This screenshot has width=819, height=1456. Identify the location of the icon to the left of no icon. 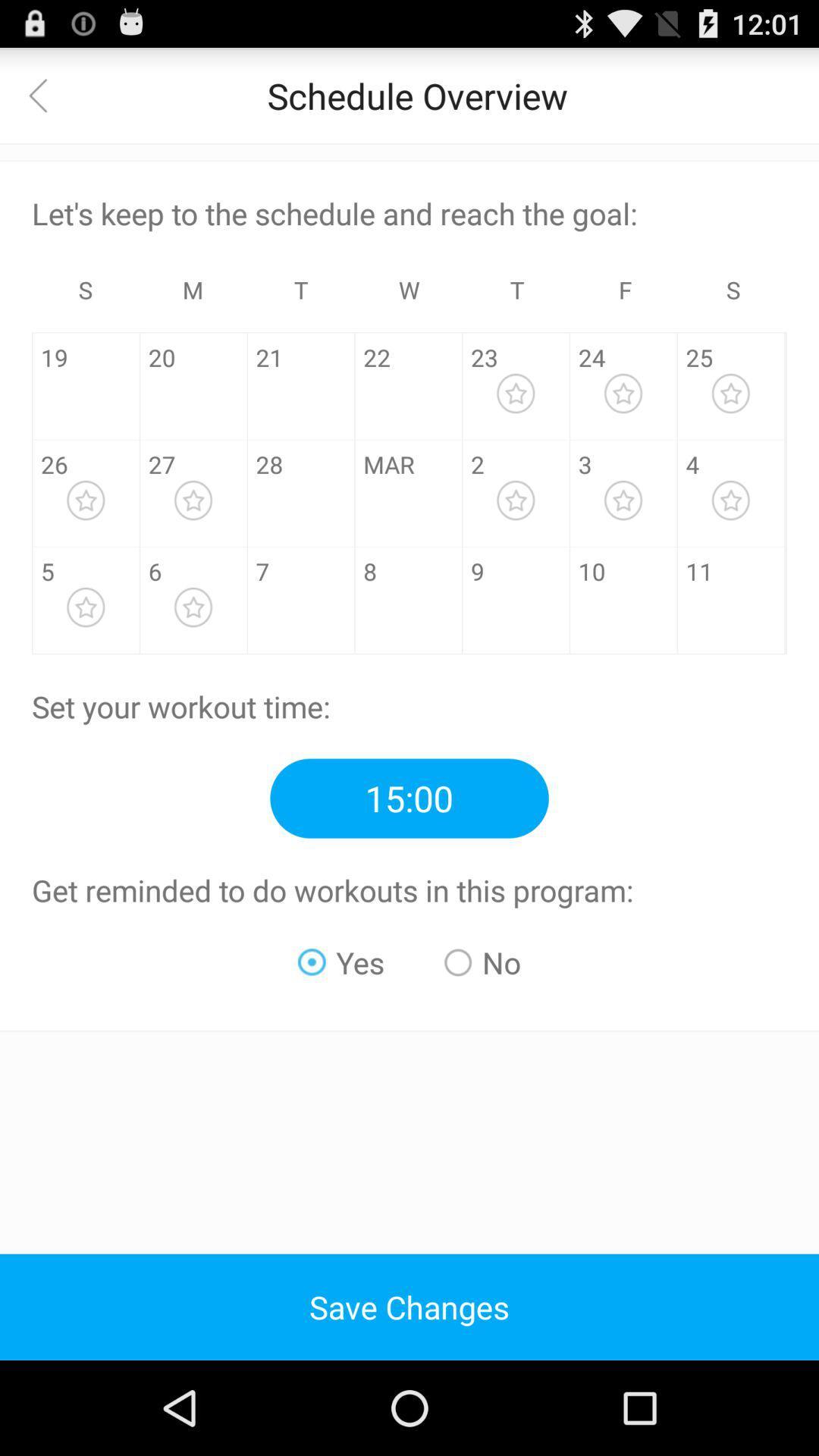
(341, 962).